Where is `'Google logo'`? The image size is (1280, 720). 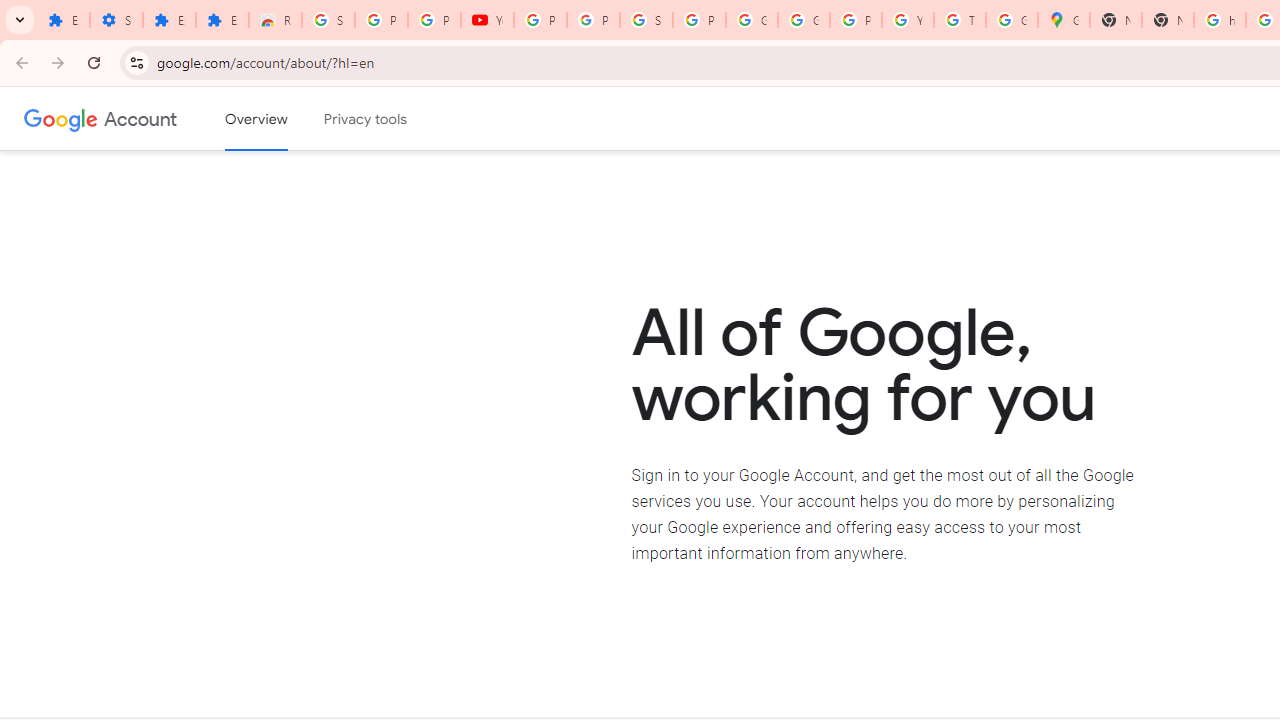
'Google logo' is located at coordinates (61, 118).